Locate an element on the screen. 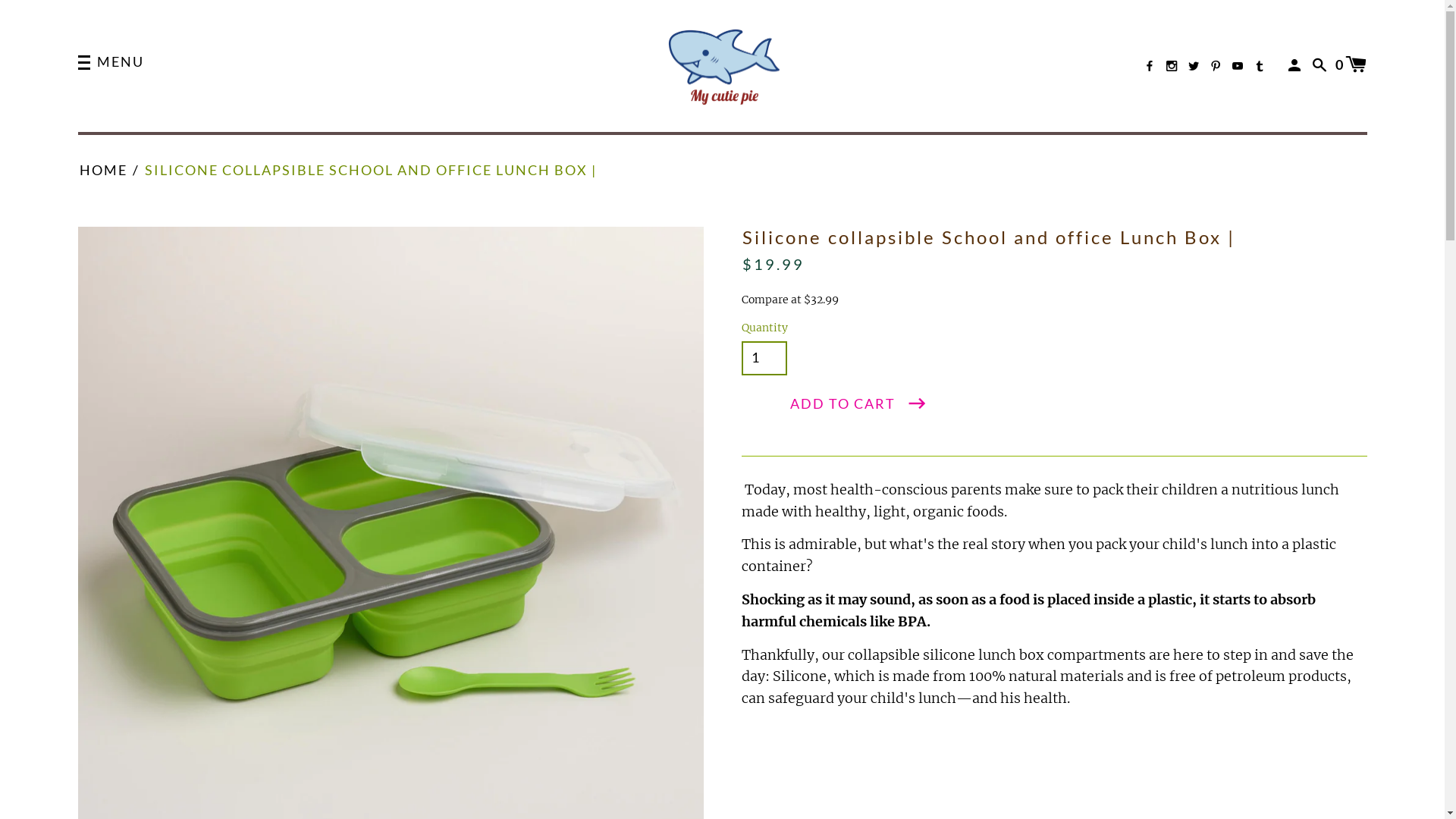 The width and height of the screenshot is (1456, 819). '0' is located at coordinates (1351, 63).